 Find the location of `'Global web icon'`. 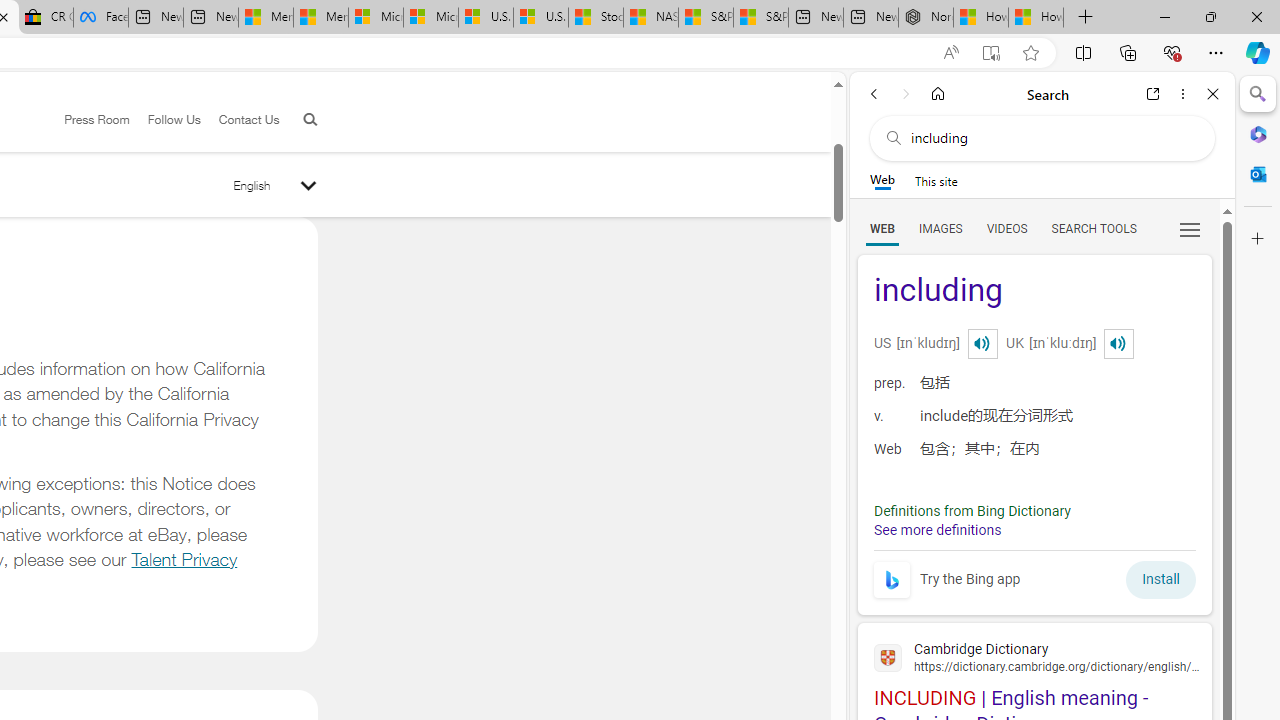

'Global web icon' is located at coordinates (887, 658).